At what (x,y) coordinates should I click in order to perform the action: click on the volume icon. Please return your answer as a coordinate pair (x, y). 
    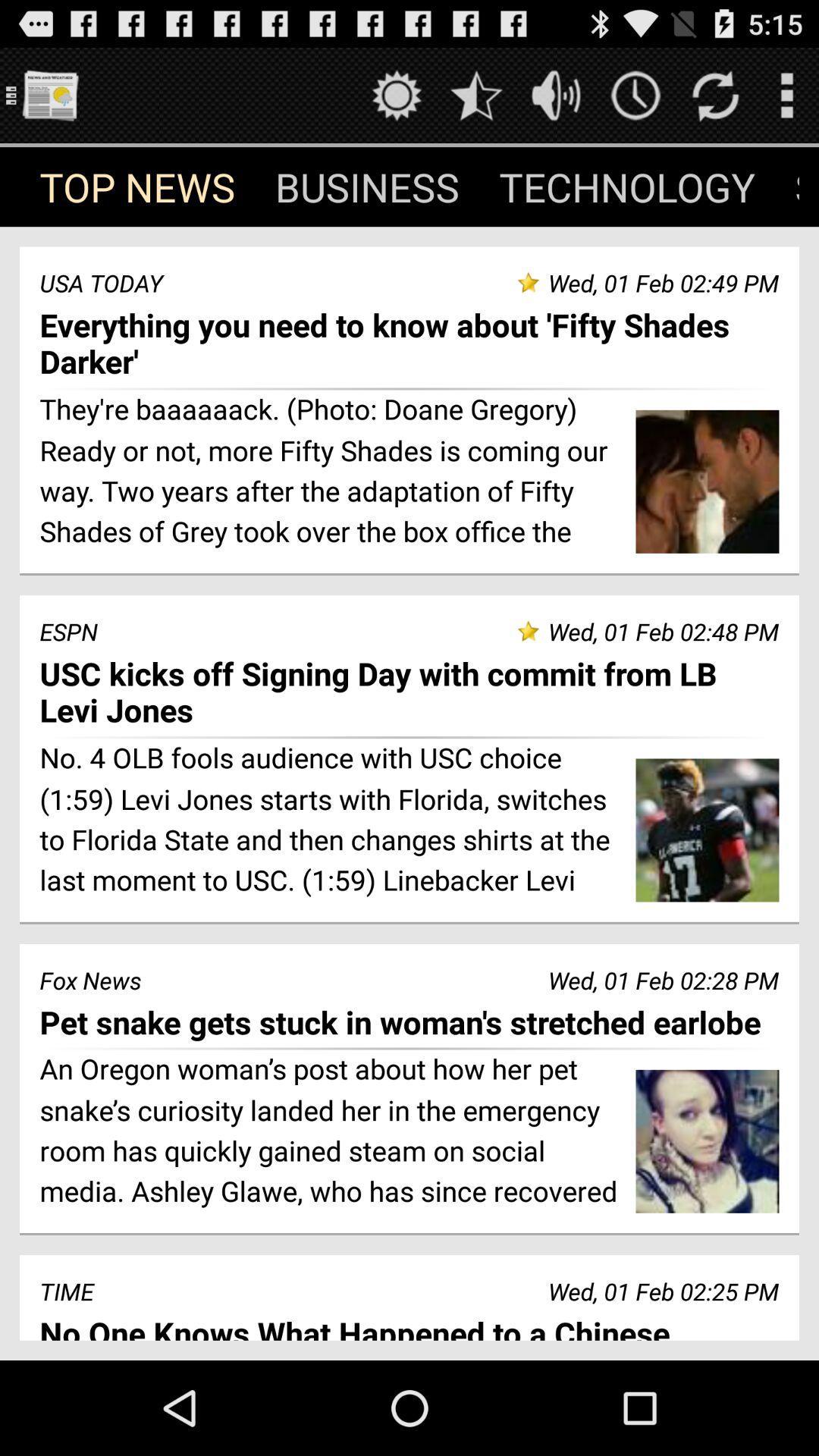
    Looking at the image, I should click on (556, 101).